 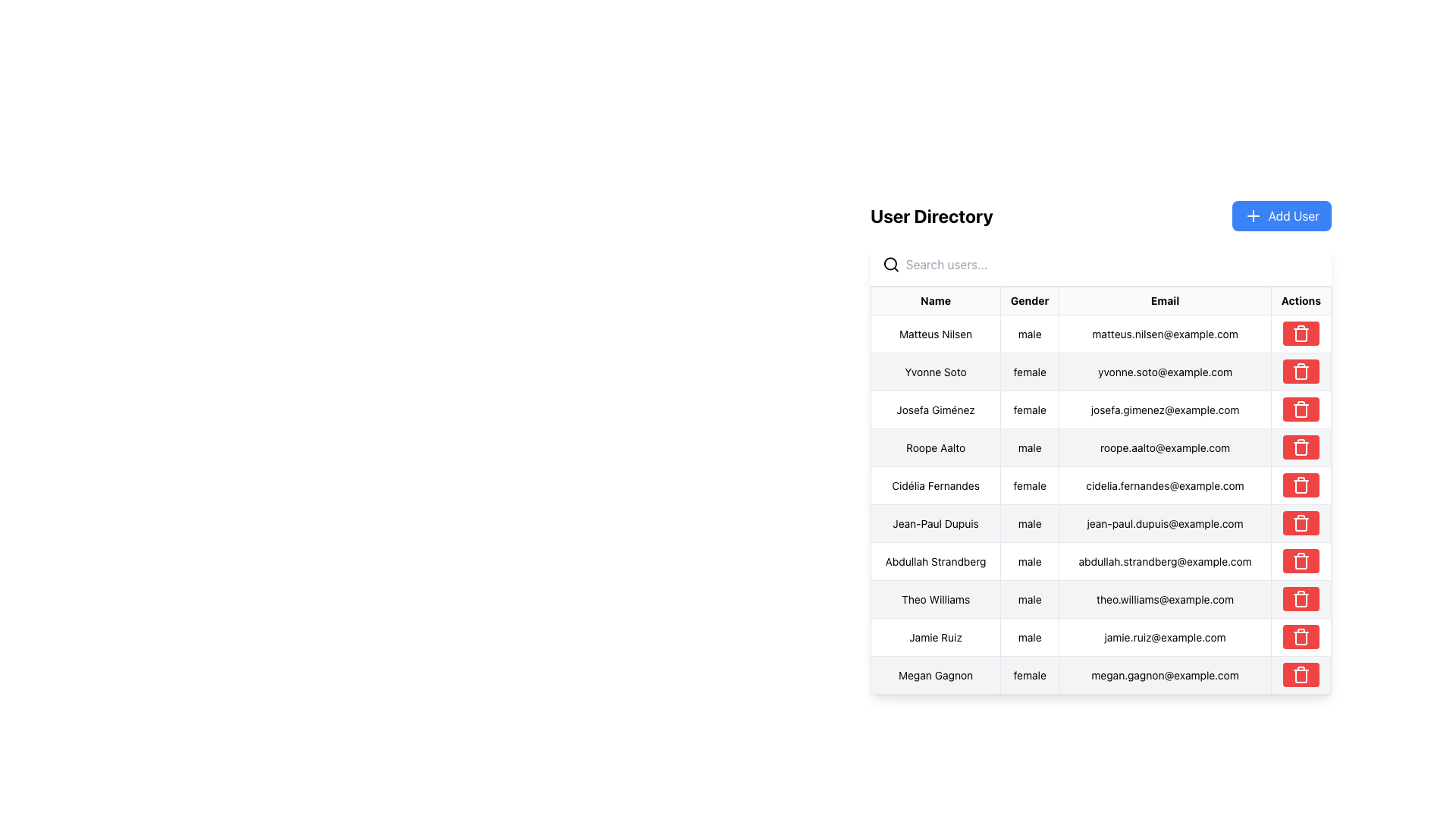 I want to click on the delete icon button in the 'Actions' column for user 'Jean-Paul Dupuis', so click(x=1300, y=522).